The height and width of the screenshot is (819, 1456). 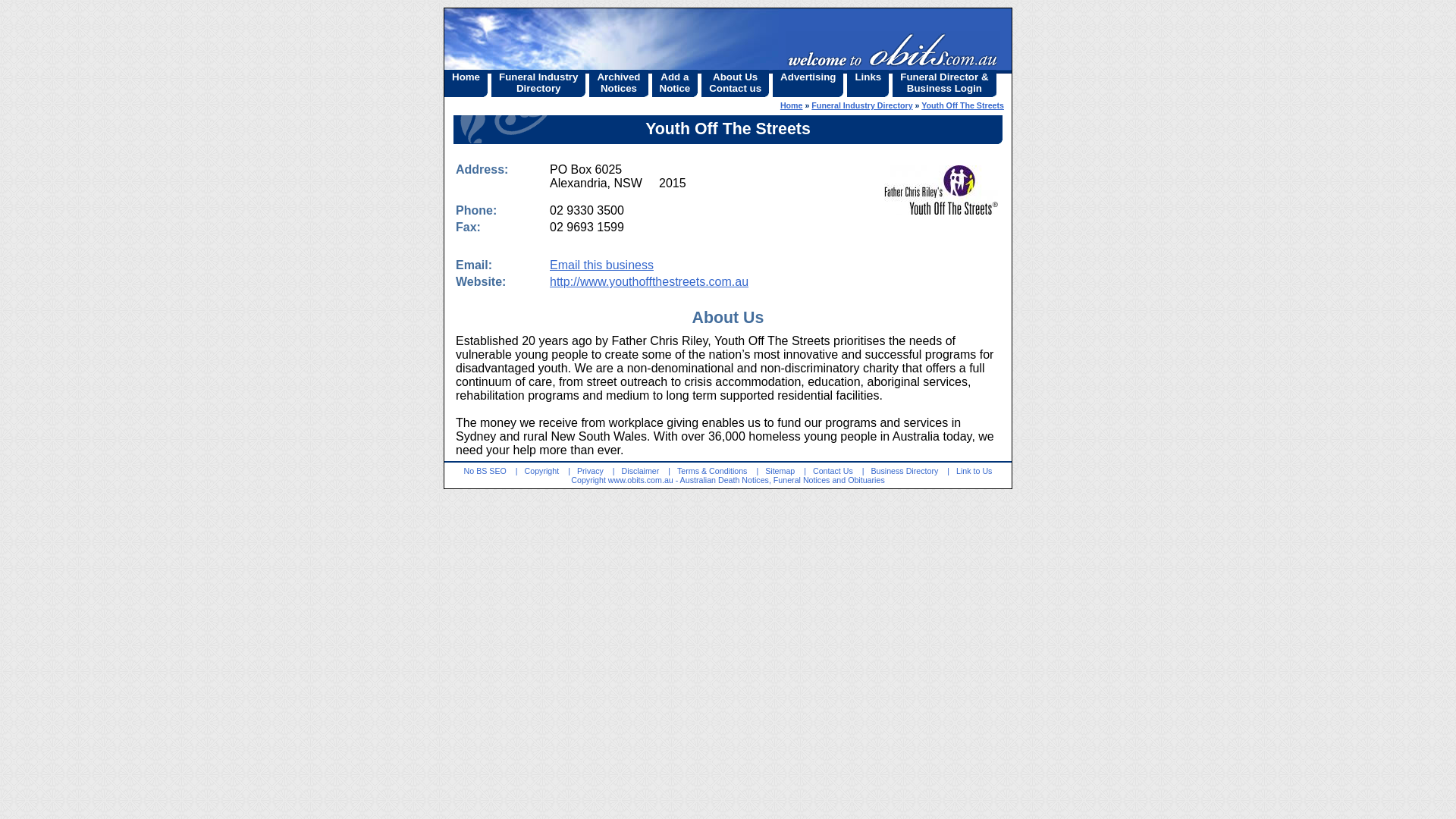 I want to click on 'Archived, so click(x=588, y=83).